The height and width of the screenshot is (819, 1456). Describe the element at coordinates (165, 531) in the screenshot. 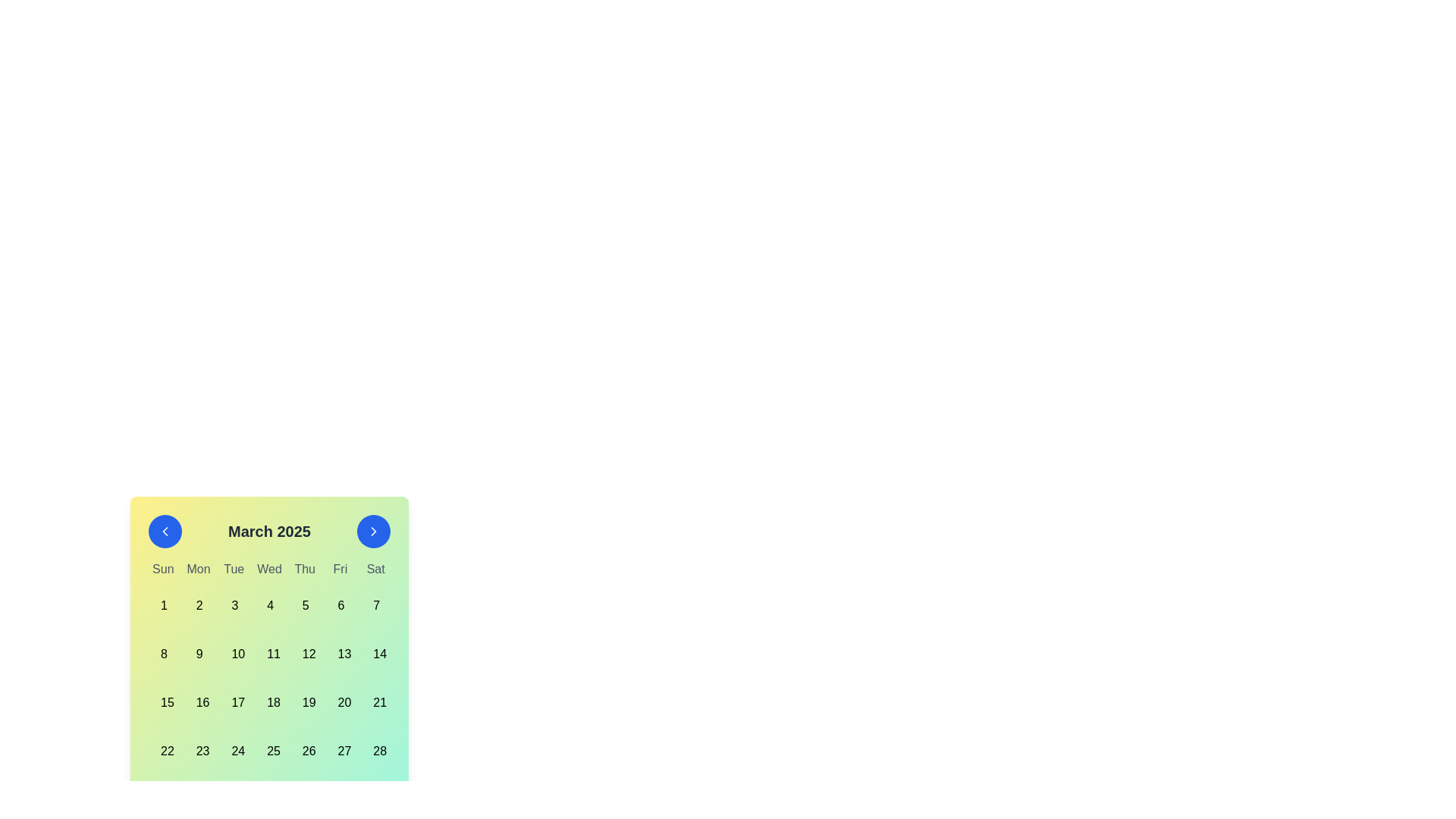

I see `the leftmost navigation button in the header bar of the date selector to apply a shadow effect` at that location.